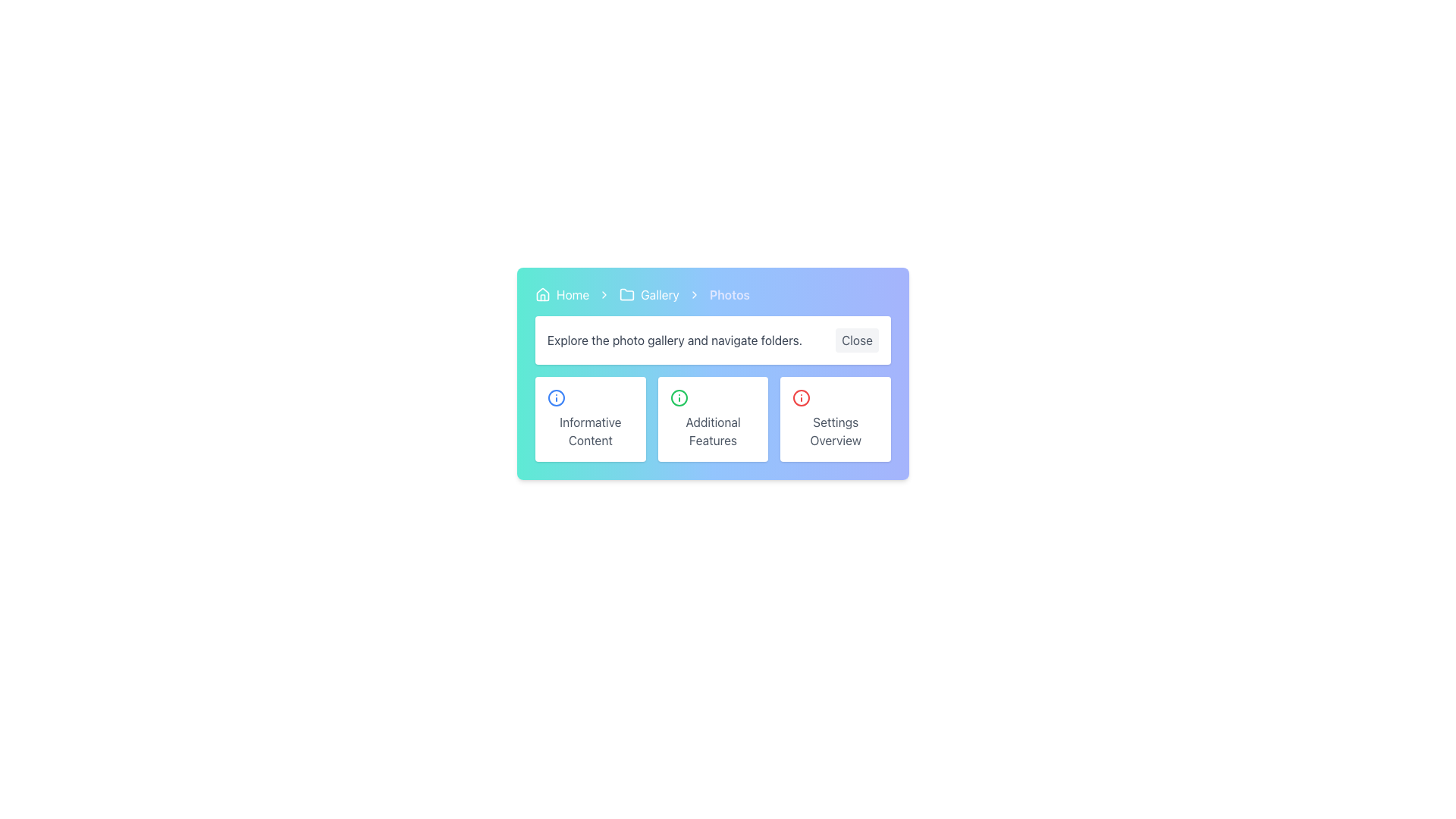  Describe the element at coordinates (712, 295) in the screenshot. I see `text of the Breadcrumb link sequence situated below the header text, which provides navigational context and allows users to identify their current location within the application hierarchy` at that location.